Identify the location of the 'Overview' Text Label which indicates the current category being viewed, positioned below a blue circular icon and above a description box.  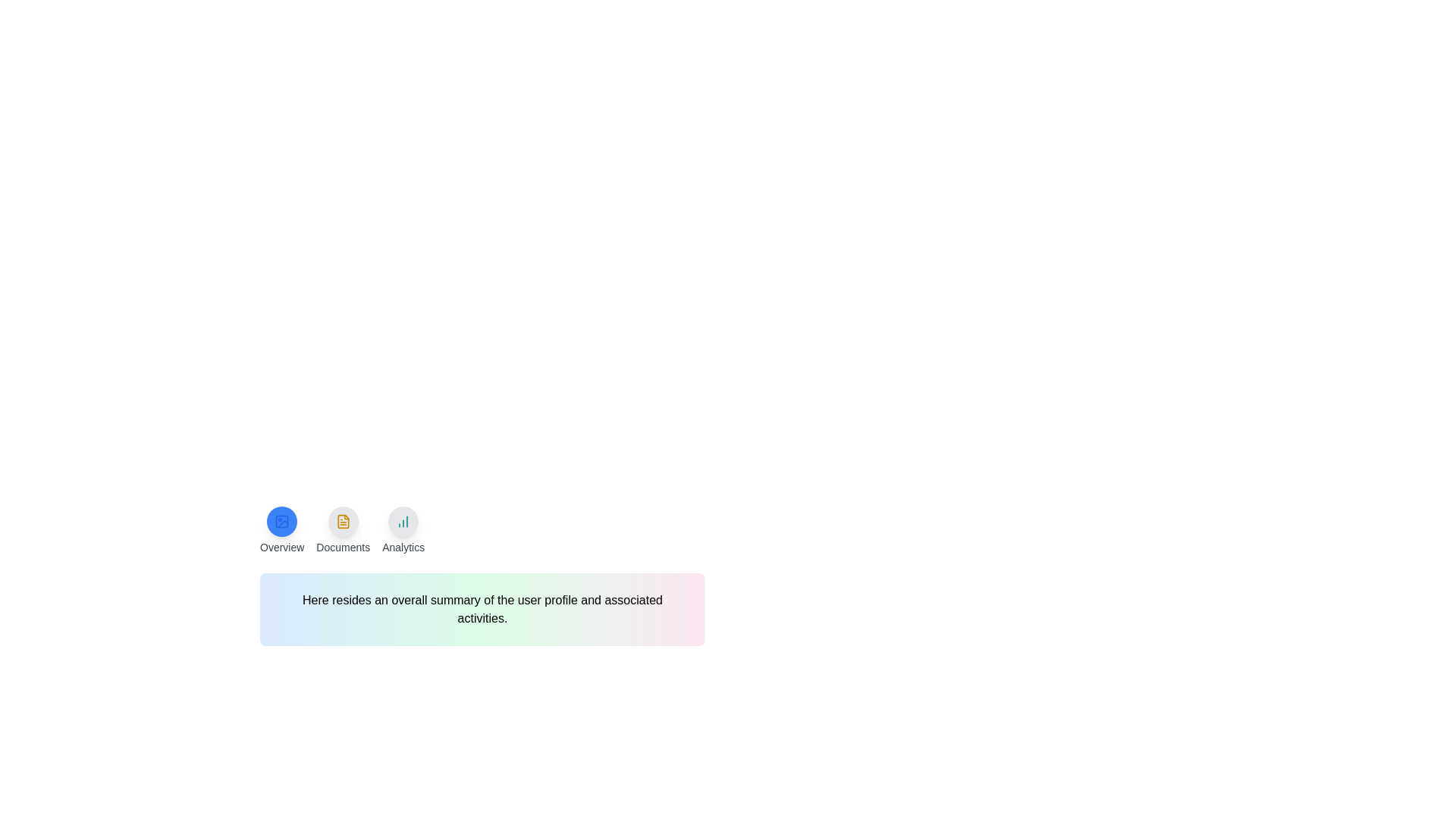
(282, 547).